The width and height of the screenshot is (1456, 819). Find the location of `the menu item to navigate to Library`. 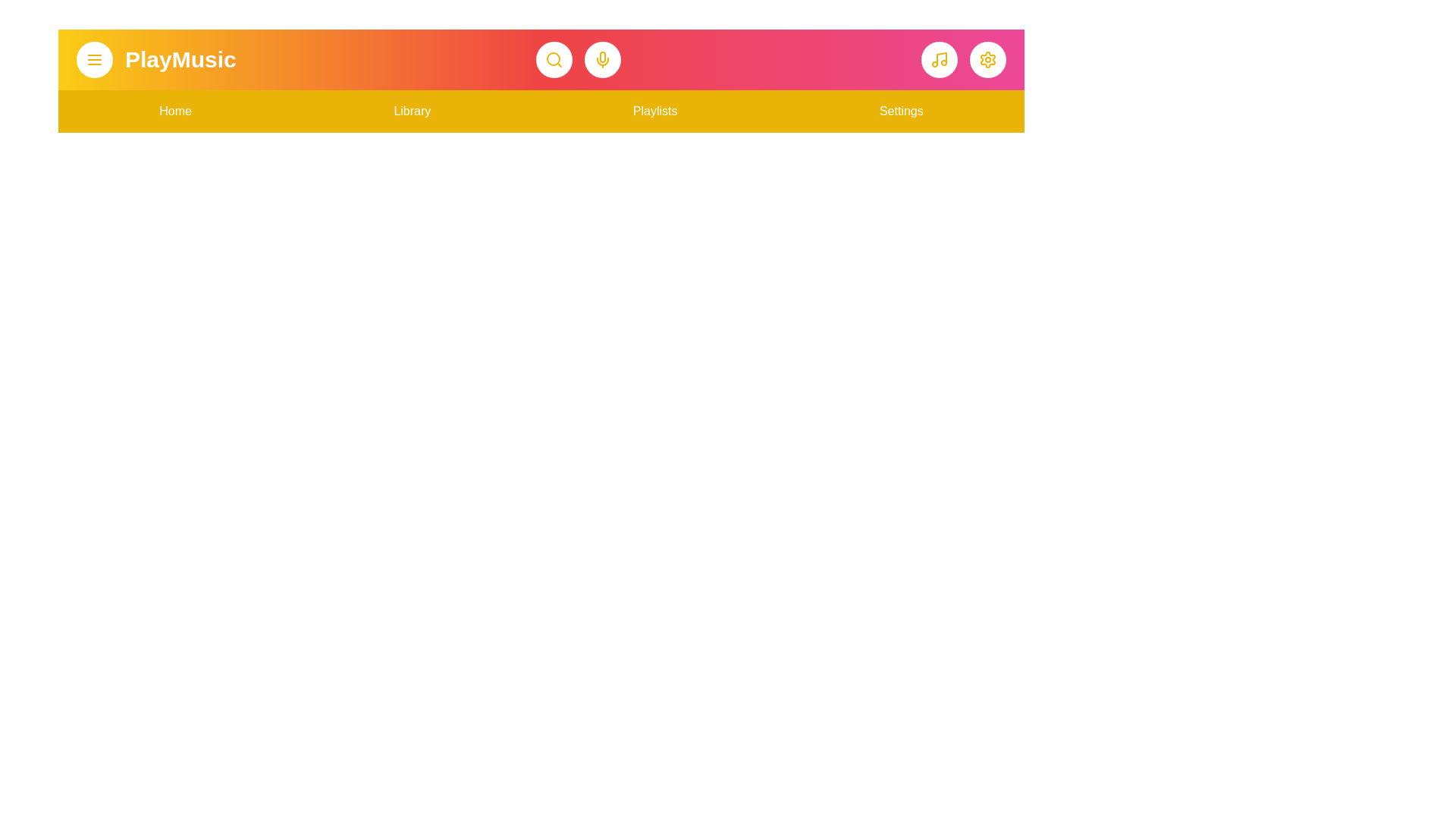

the menu item to navigate to Library is located at coordinates (412, 110).